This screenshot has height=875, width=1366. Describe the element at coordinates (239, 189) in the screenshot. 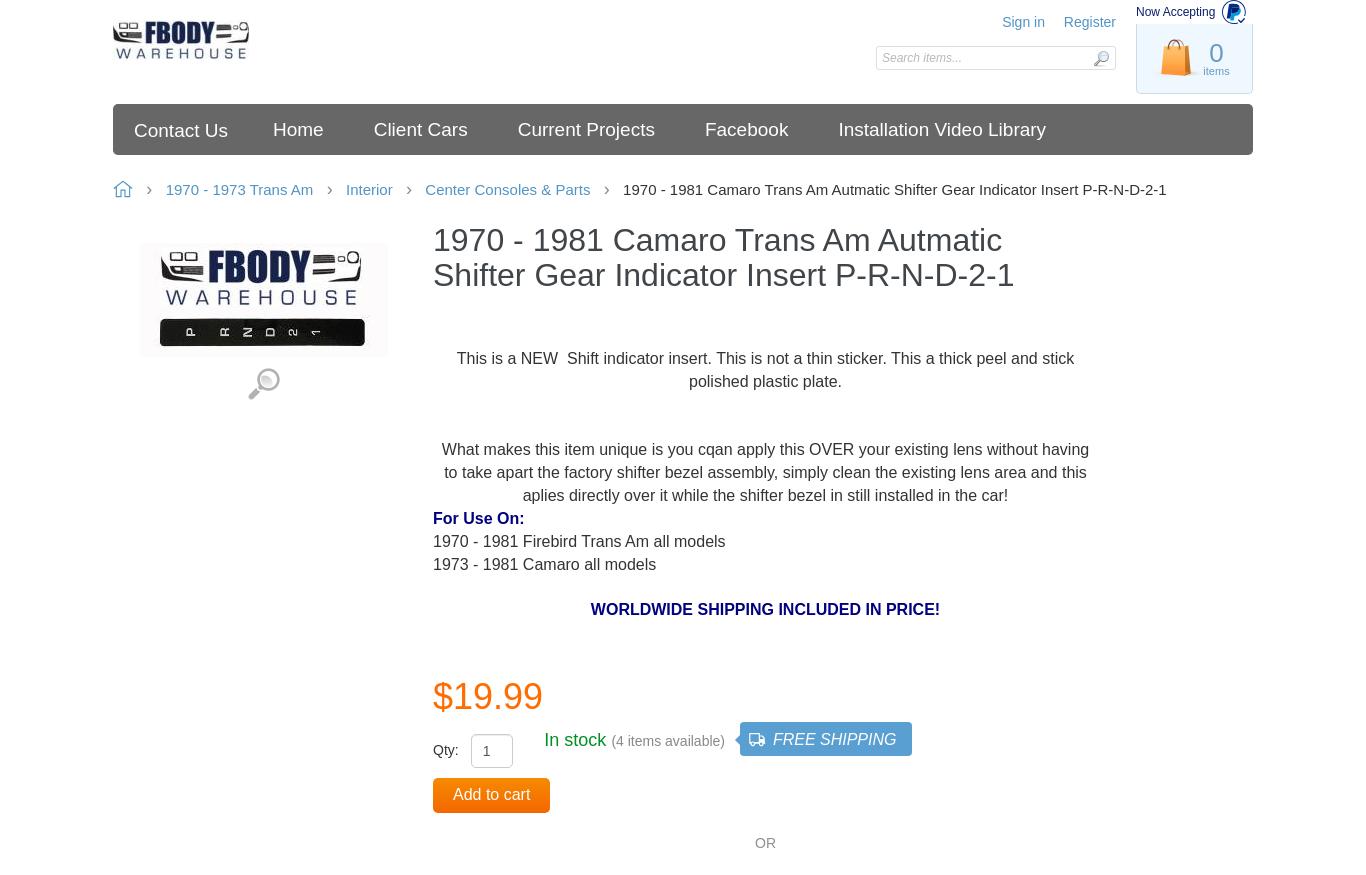

I see `'1970 - 1973 Trans Am'` at that location.